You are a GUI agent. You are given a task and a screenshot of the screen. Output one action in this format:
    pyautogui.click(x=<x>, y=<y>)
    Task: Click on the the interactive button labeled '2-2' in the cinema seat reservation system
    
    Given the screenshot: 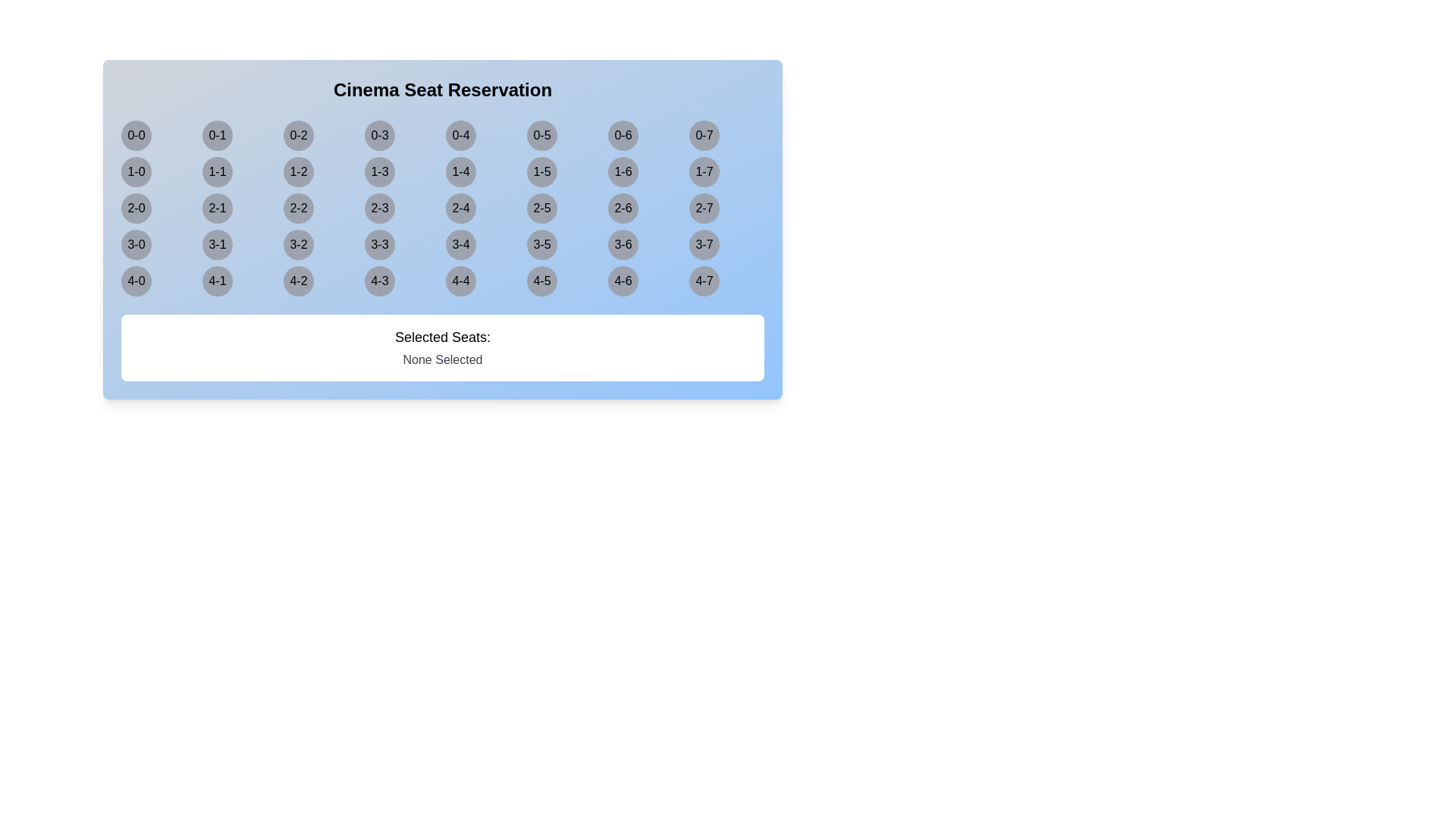 What is the action you would take?
    pyautogui.click(x=298, y=208)
    